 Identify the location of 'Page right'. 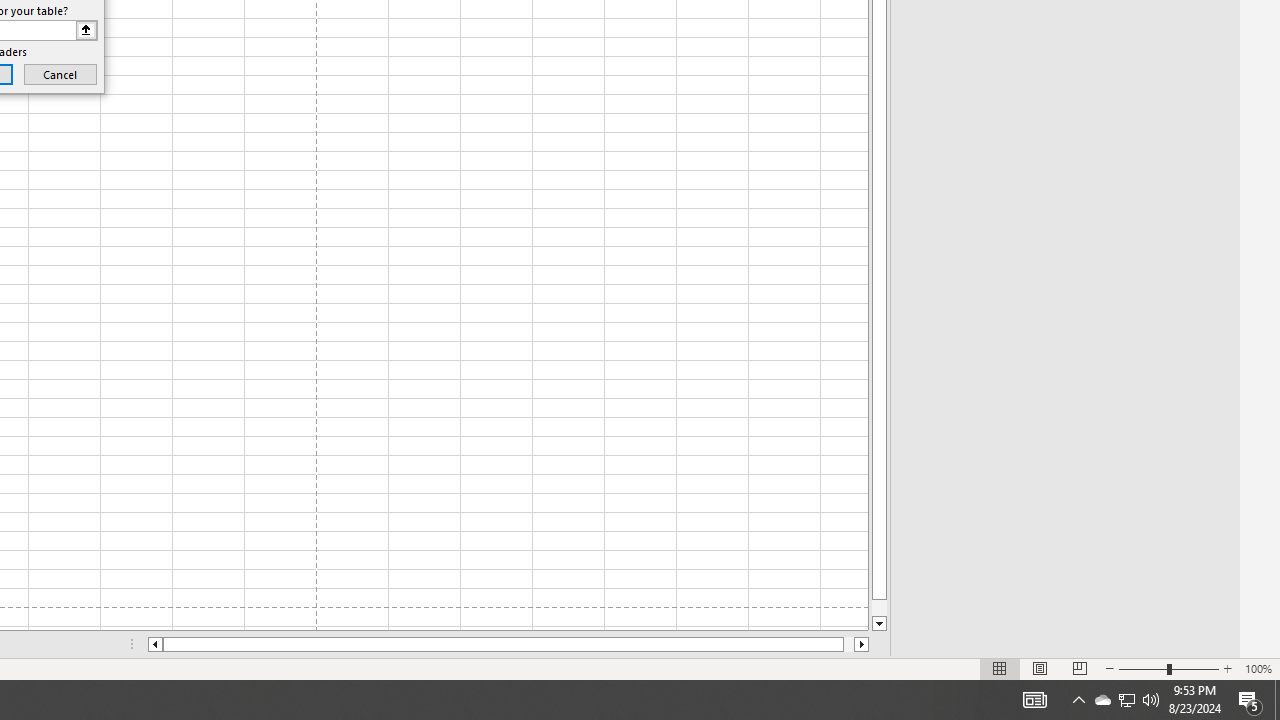
(848, 644).